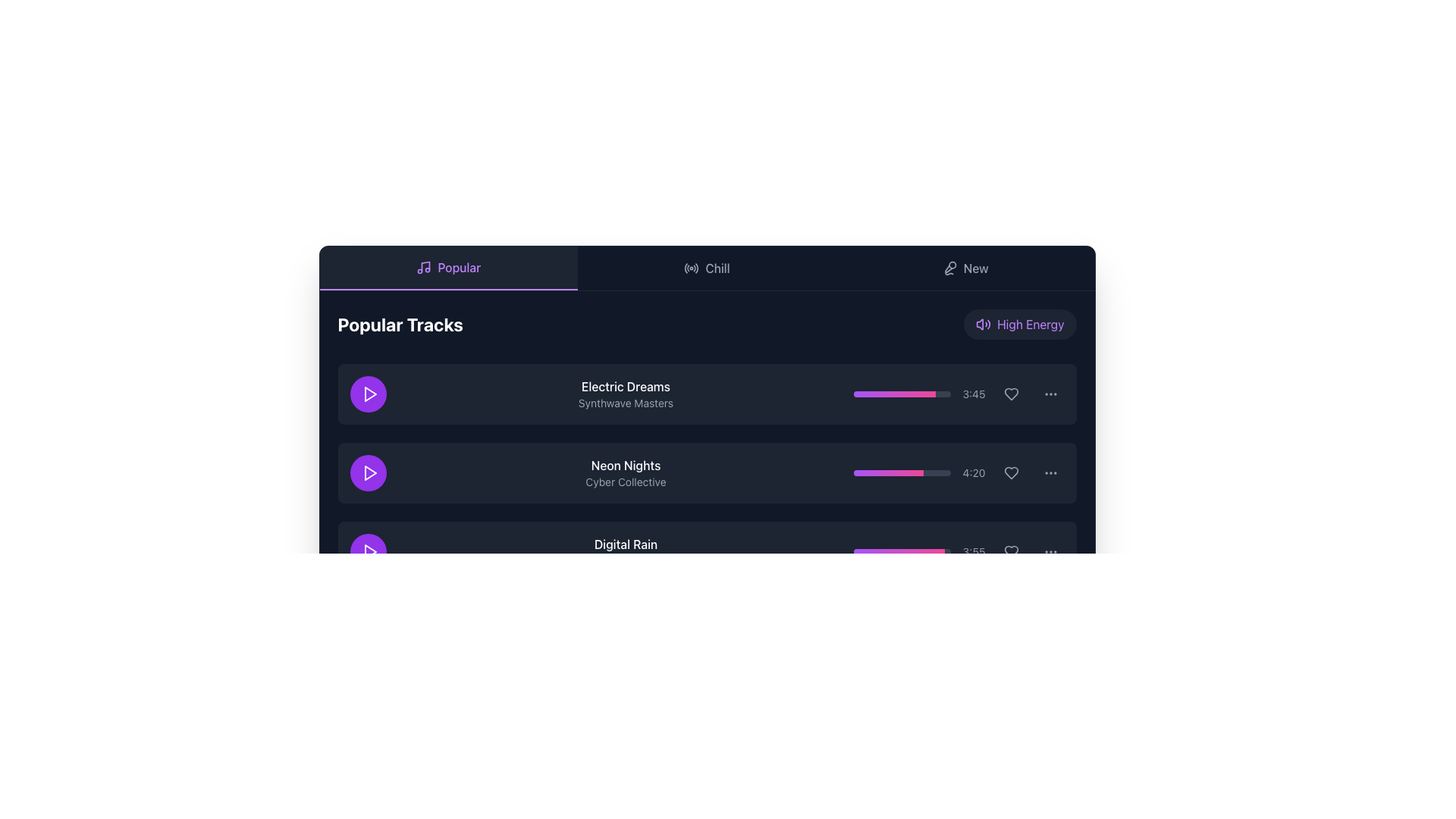 The width and height of the screenshot is (1456, 819). Describe the element at coordinates (369, 394) in the screenshot. I see `the small triangular play icon, which is white and located within a purple circular background` at that location.